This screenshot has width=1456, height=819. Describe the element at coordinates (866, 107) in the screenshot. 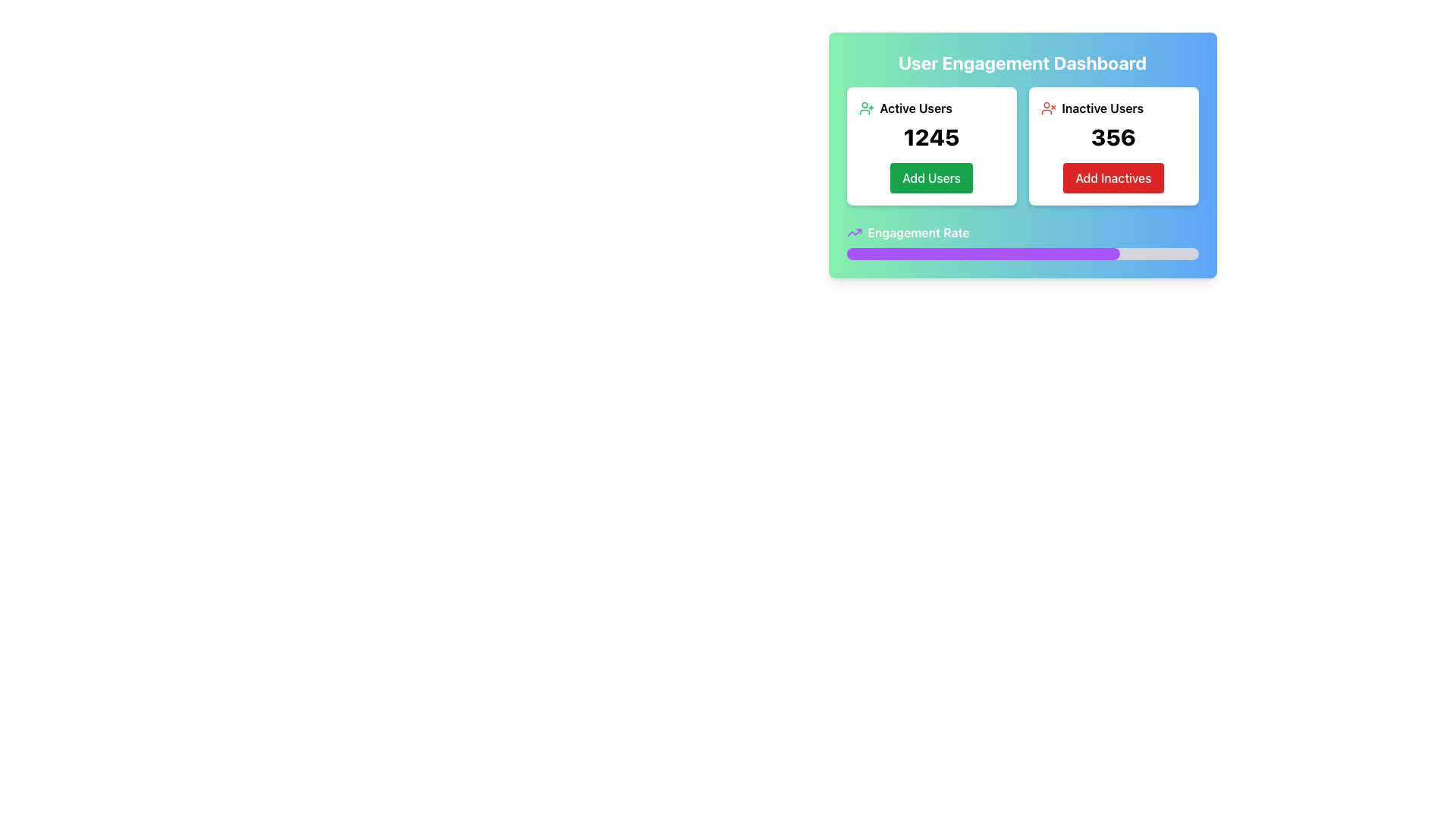

I see `the user icon with a plus sign, which is positioned above the 'Active Users' text in the top-left of the dashboard` at that location.